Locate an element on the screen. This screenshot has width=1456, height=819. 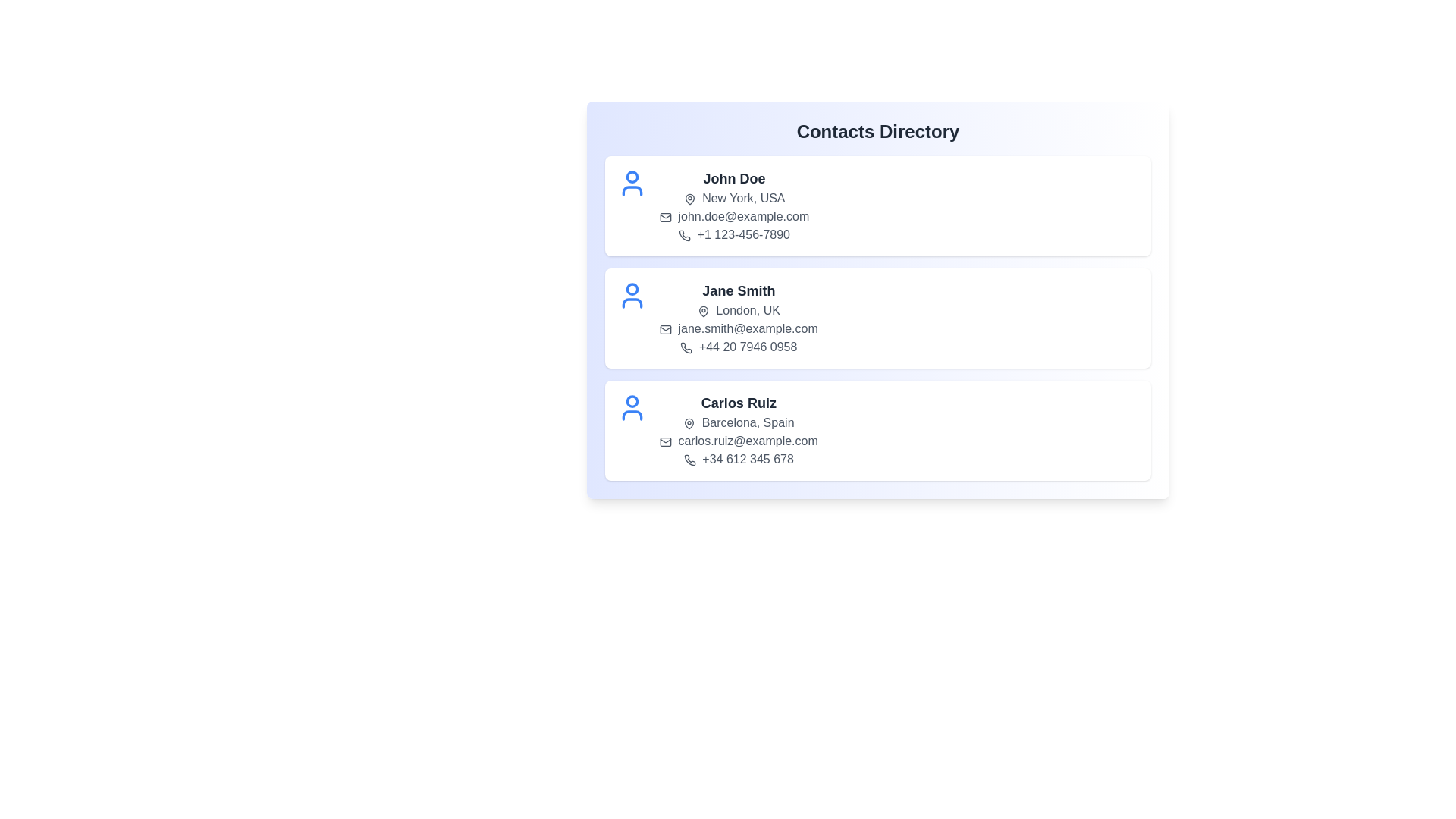
the user icon for the contact Carlos Ruiz is located at coordinates (632, 406).